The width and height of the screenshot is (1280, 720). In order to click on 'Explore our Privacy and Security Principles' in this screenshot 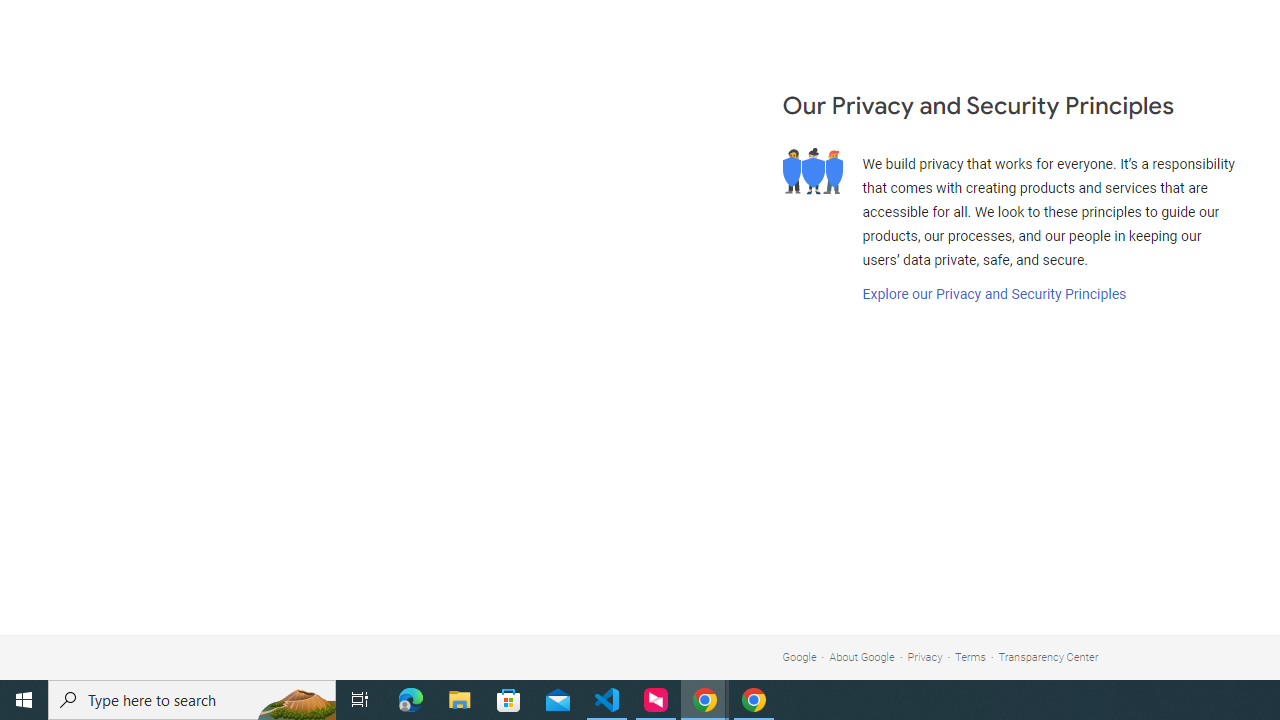, I will do `click(993, 294)`.